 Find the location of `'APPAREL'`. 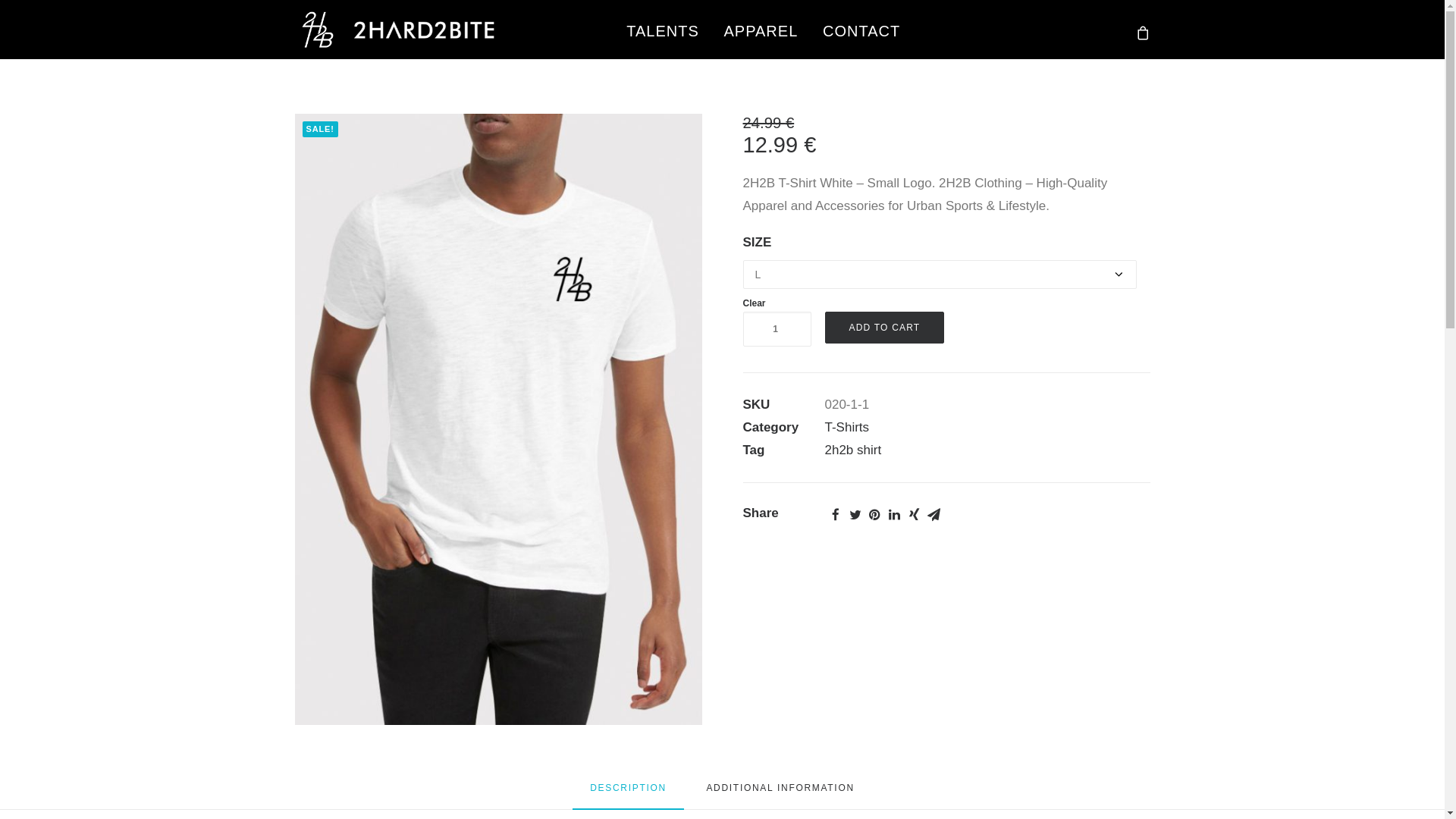

'APPAREL' is located at coordinates (761, 29).